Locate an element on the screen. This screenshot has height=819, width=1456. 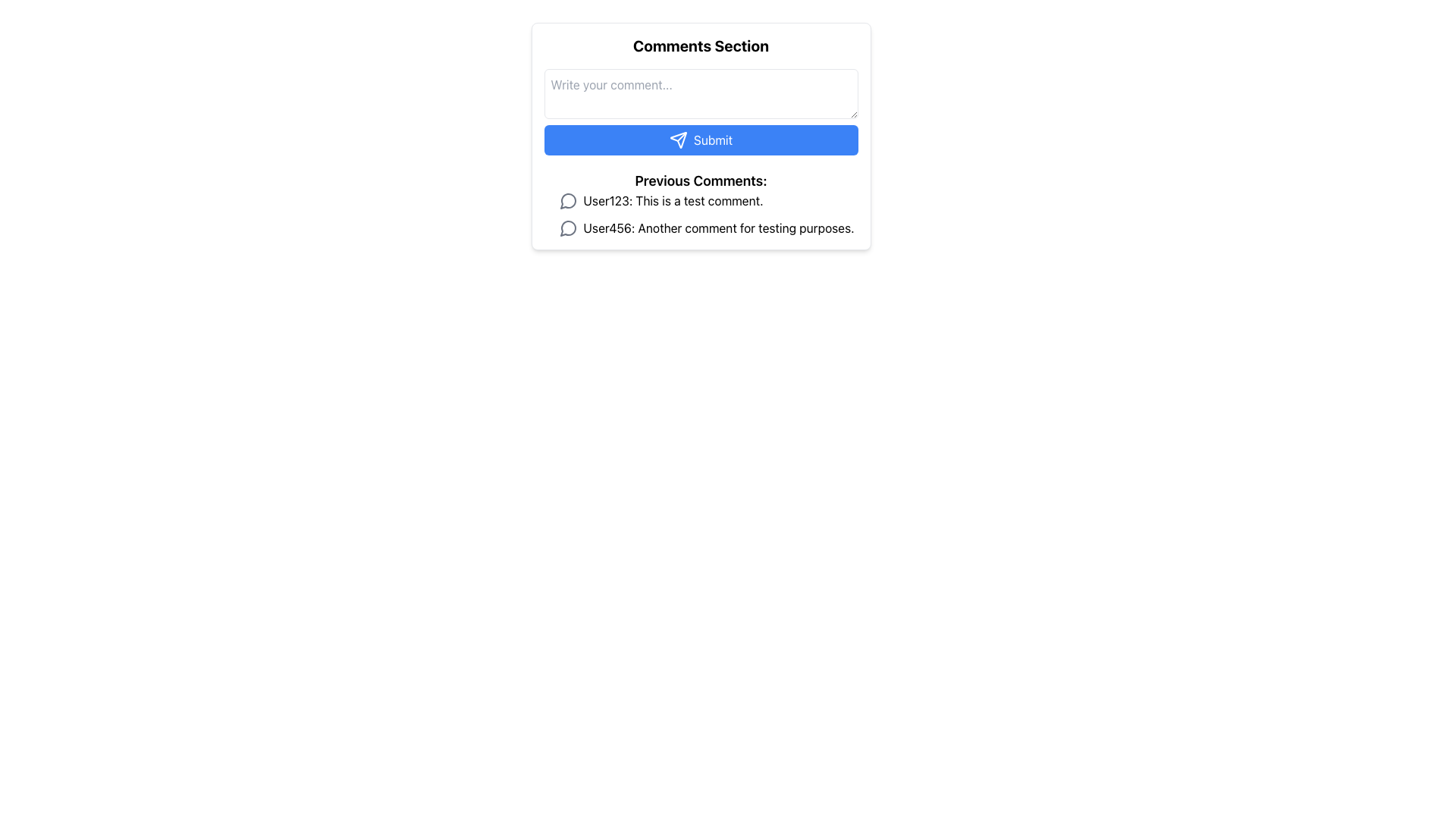
text from the centered, bold heading labeled 'Comments Section' located at the top of the white card is located at coordinates (700, 45).